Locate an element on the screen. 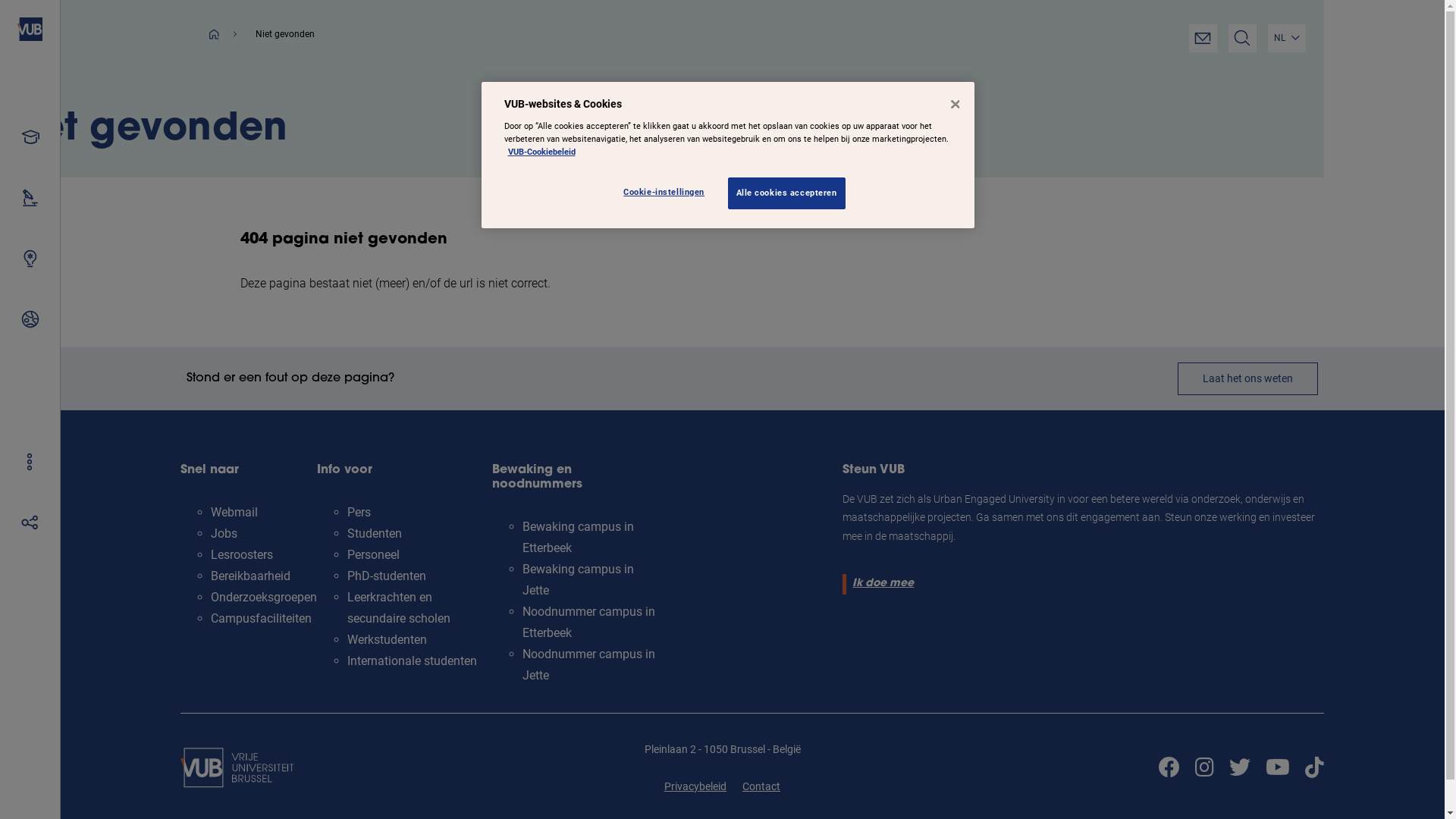 This screenshot has width=1456, height=819. 'Personeel' is located at coordinates (373, 554).